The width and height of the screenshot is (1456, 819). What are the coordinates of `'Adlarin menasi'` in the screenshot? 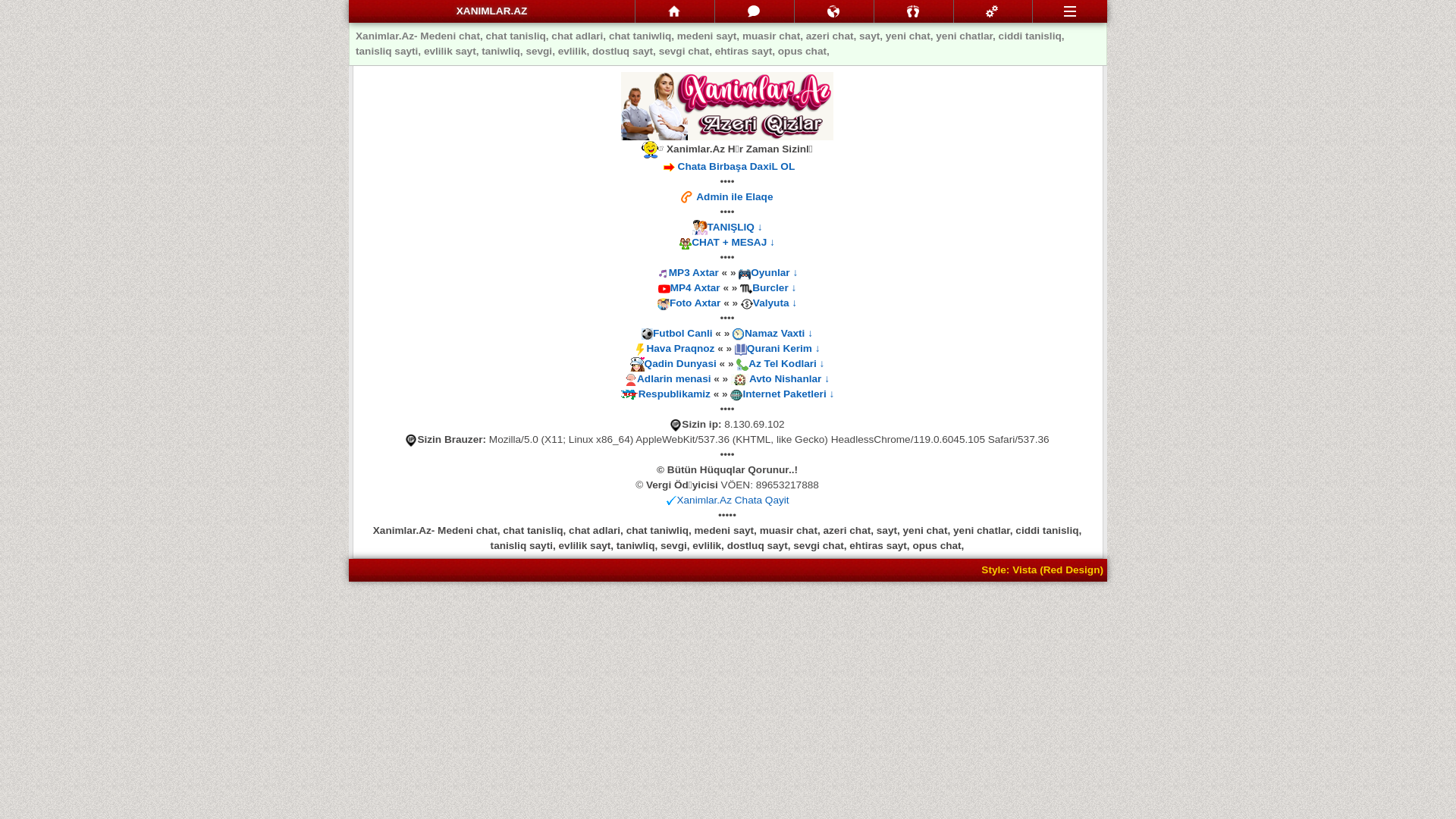 It's located at (673, 378).